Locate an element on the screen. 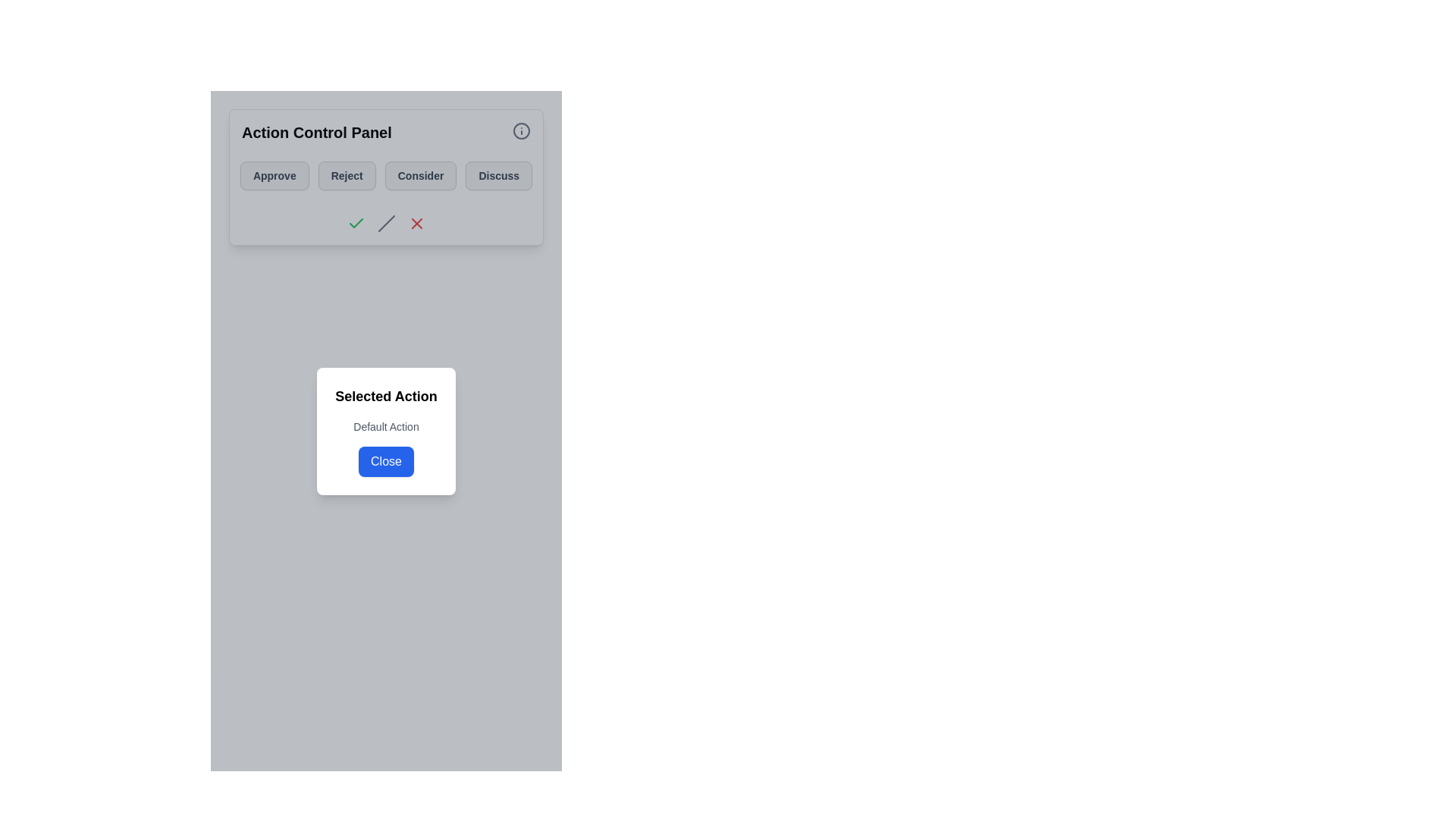  the icon group located centrally below the row of action buttons is located at coordinates (386, 223).